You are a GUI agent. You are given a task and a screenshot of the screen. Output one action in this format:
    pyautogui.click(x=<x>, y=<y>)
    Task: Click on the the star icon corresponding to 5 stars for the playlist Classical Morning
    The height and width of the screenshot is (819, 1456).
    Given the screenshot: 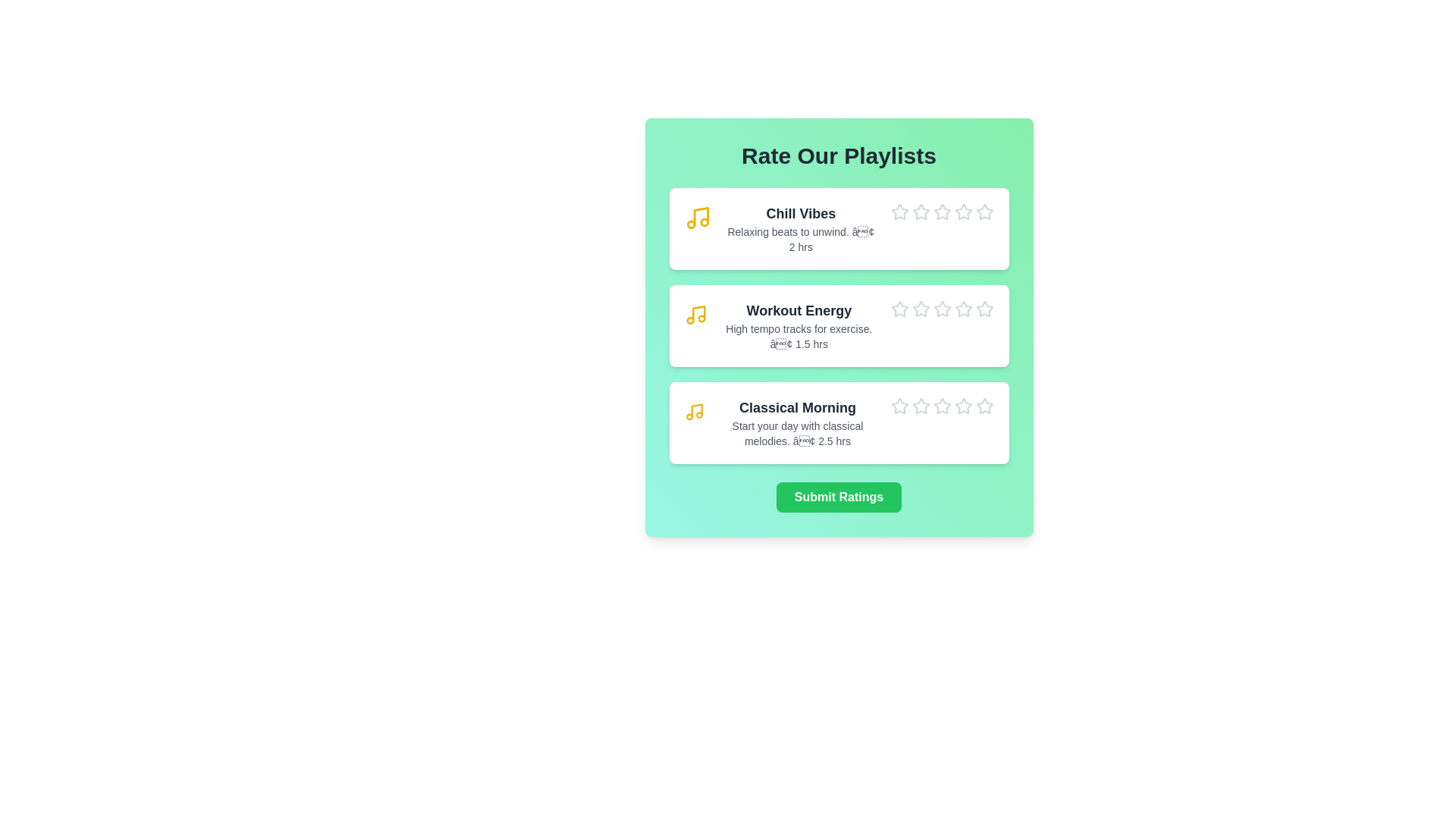 What is the action you would take?
    pyautogui.click(x=975, y=397)
    